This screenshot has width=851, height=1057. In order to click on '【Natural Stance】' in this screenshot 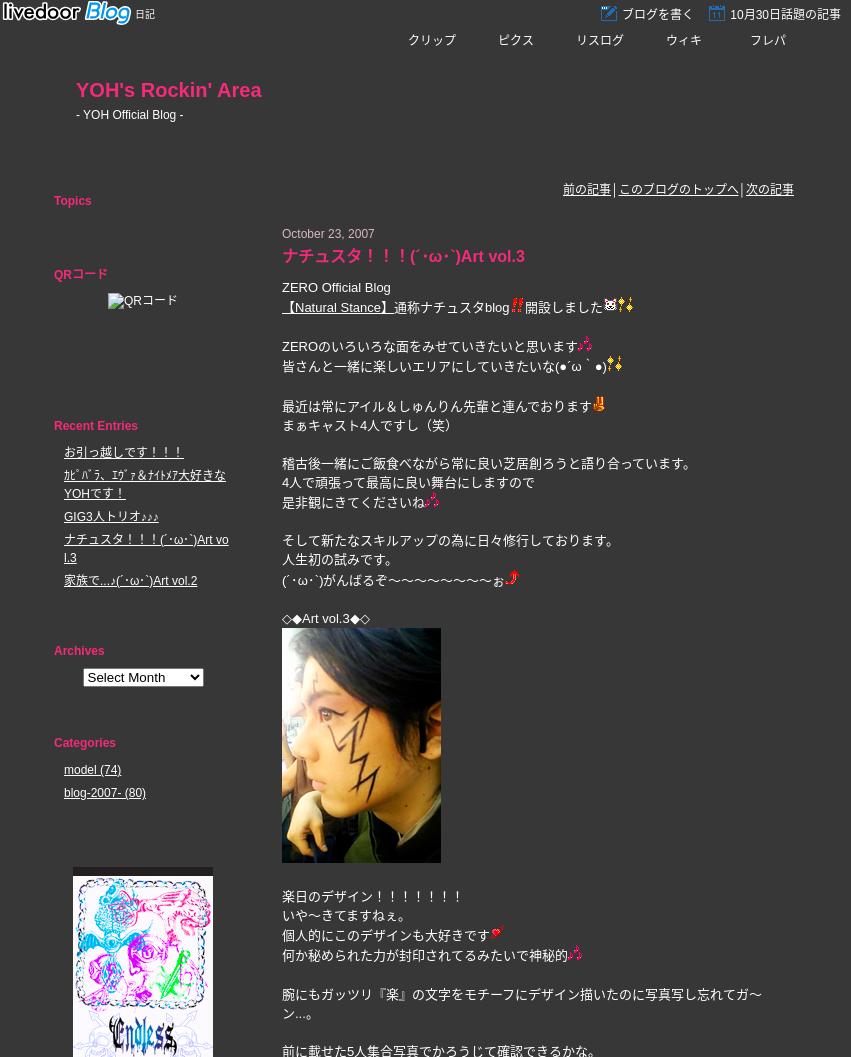, I will do `click(337, 307)`.